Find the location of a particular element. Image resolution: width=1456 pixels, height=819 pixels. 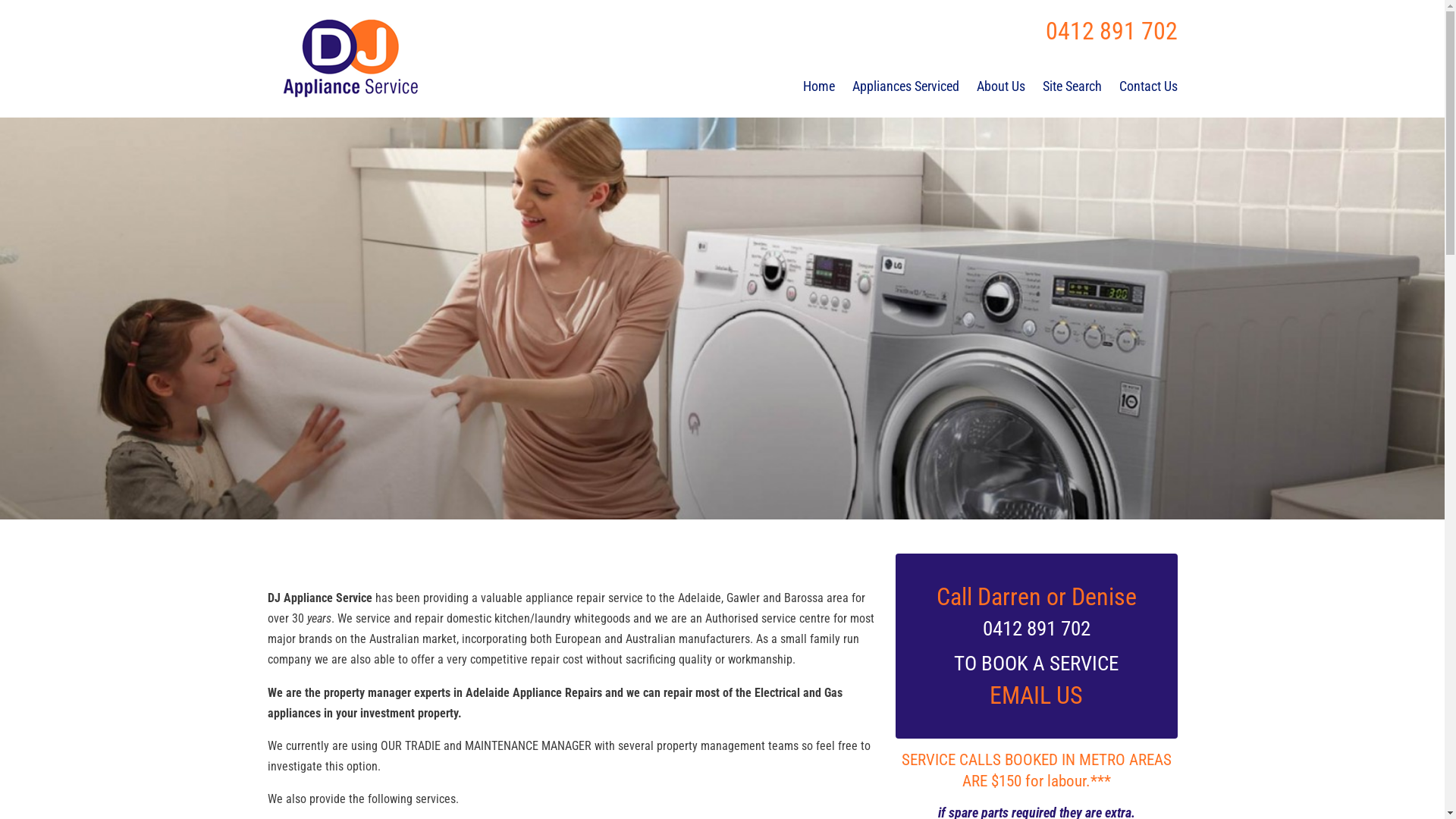

'Site Search' is located at coordinates (1041, 86).